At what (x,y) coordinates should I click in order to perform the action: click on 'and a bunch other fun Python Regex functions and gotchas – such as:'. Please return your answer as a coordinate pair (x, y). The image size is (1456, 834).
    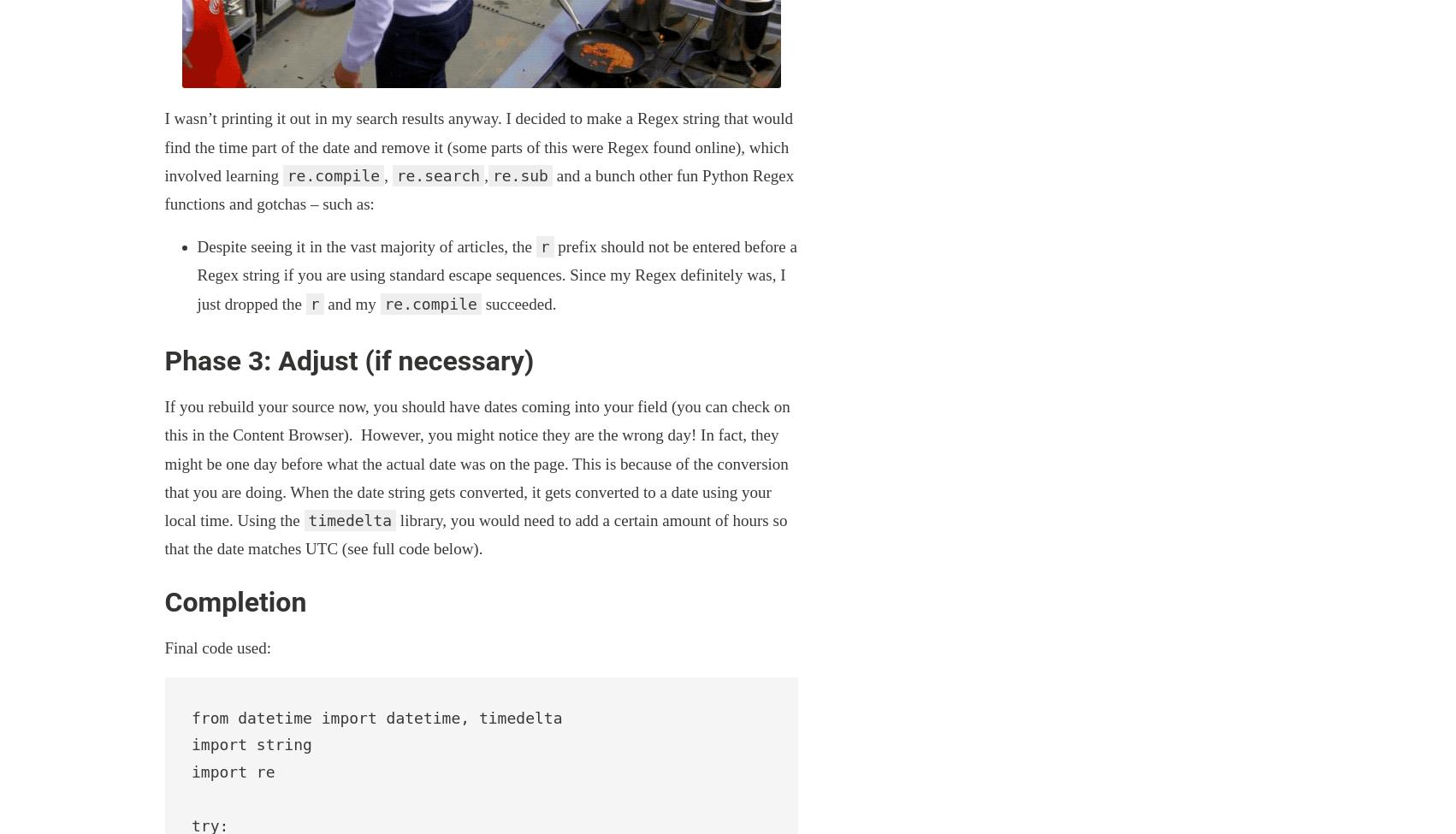
    Looking at the image, I should click on (477, 189).